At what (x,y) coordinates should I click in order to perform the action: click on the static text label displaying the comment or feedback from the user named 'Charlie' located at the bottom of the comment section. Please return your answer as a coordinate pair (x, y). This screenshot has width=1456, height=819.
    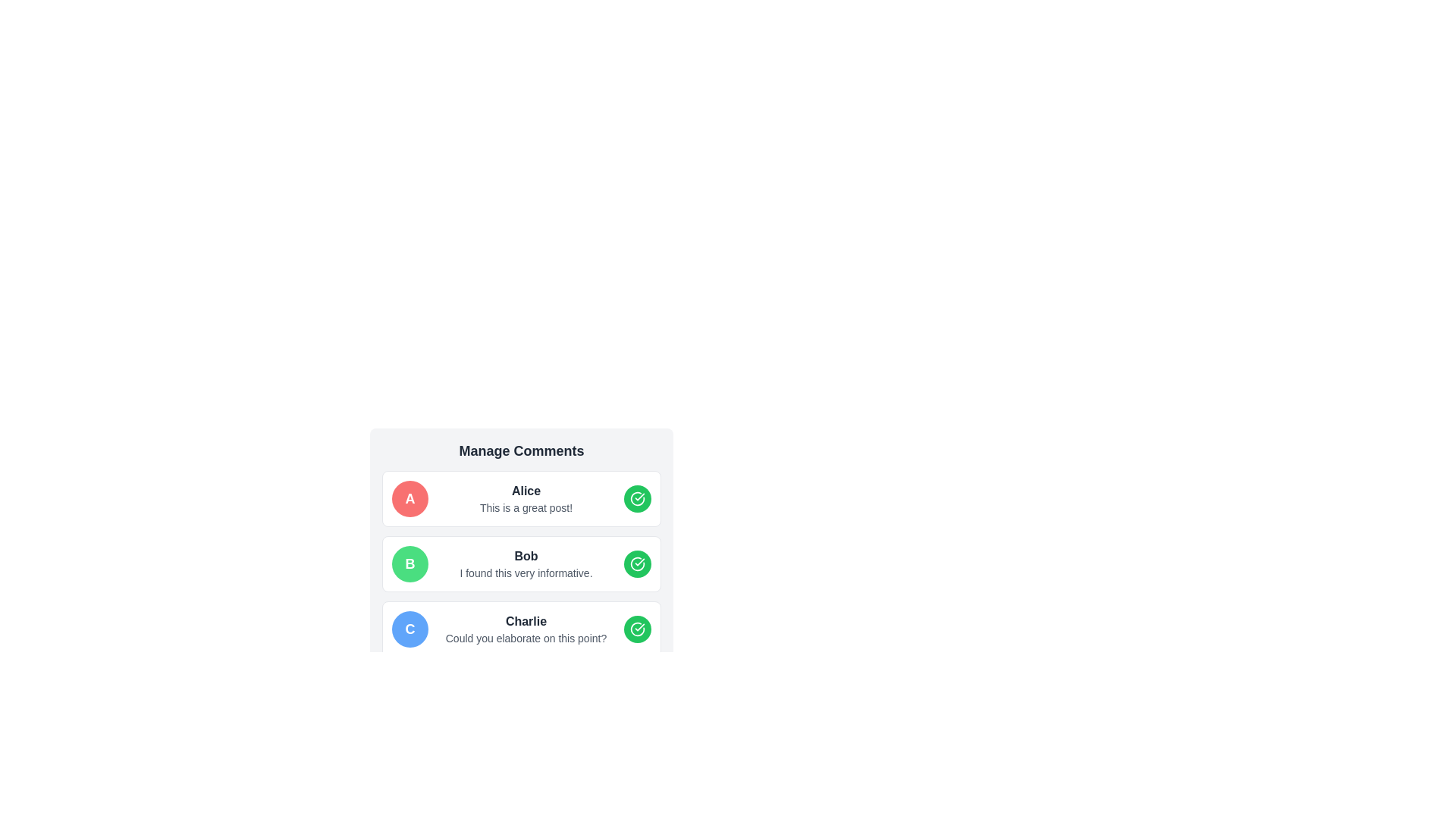
    Looking at the image, I should click on (526, 638).